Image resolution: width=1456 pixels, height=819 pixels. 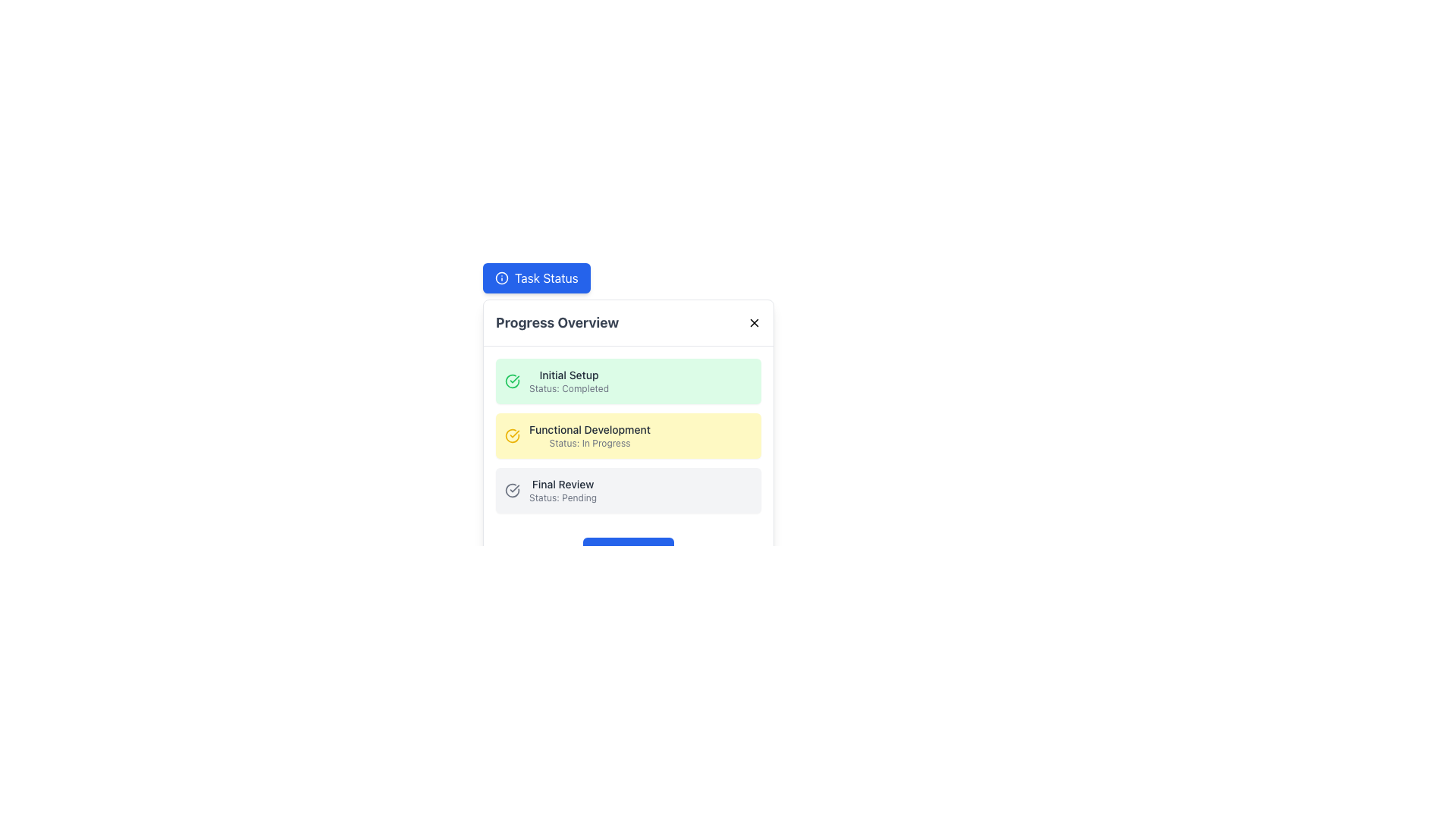 What do you see at coordinates (629, 435) in the screenshot?
I see `the yellow rectangular status indicator card labeled 'Functional Development' that contains the text 'Status: In Progress' and is located between the 'Initial Setup' and 'Final Review' panels` at bounding box center [629, 435].